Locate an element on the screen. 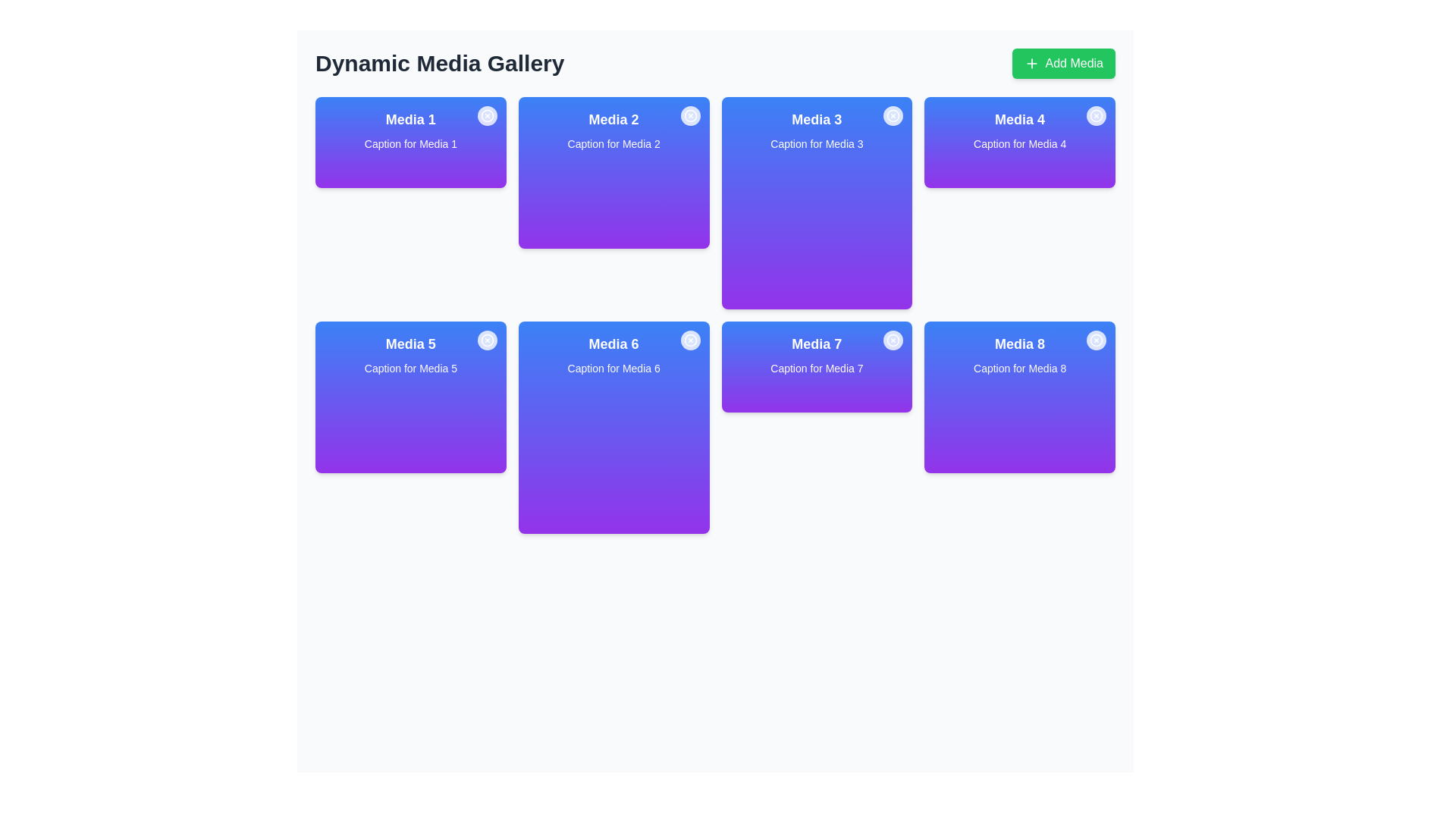 The height and width of the screenshot is (819, 1456). the delete button located at the top-right corner of the 'Media 4' card is located at coordinates (1096, 115).